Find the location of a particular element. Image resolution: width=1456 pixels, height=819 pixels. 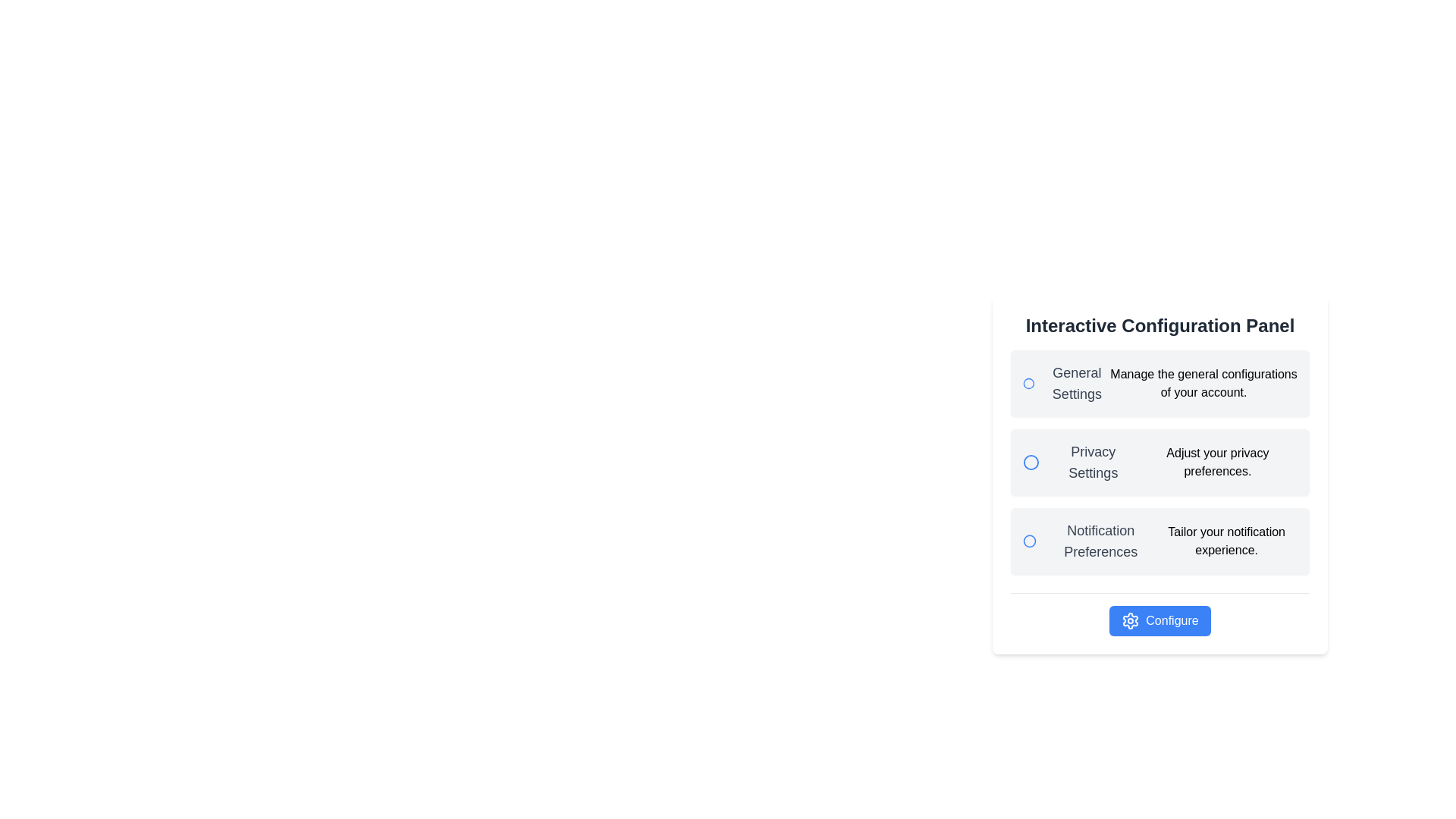

the 'Privacy Settings' text label element, which is associated with a radio button in the settings menu, located in the Interactive Configuration Panel is located at coordinates (1079, 461).